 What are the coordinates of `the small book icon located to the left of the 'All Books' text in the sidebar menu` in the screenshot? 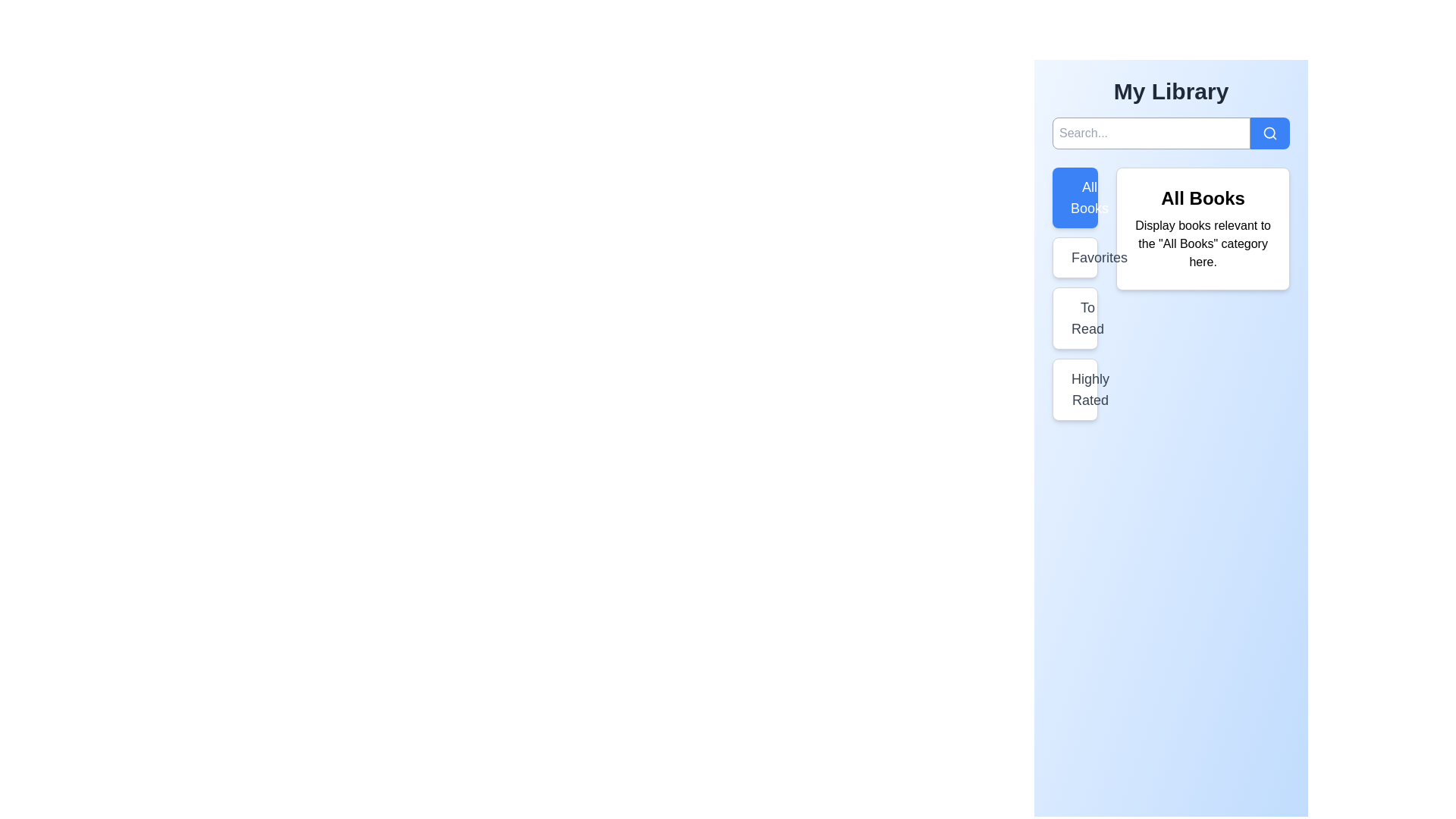 It's located at (1073, 197).